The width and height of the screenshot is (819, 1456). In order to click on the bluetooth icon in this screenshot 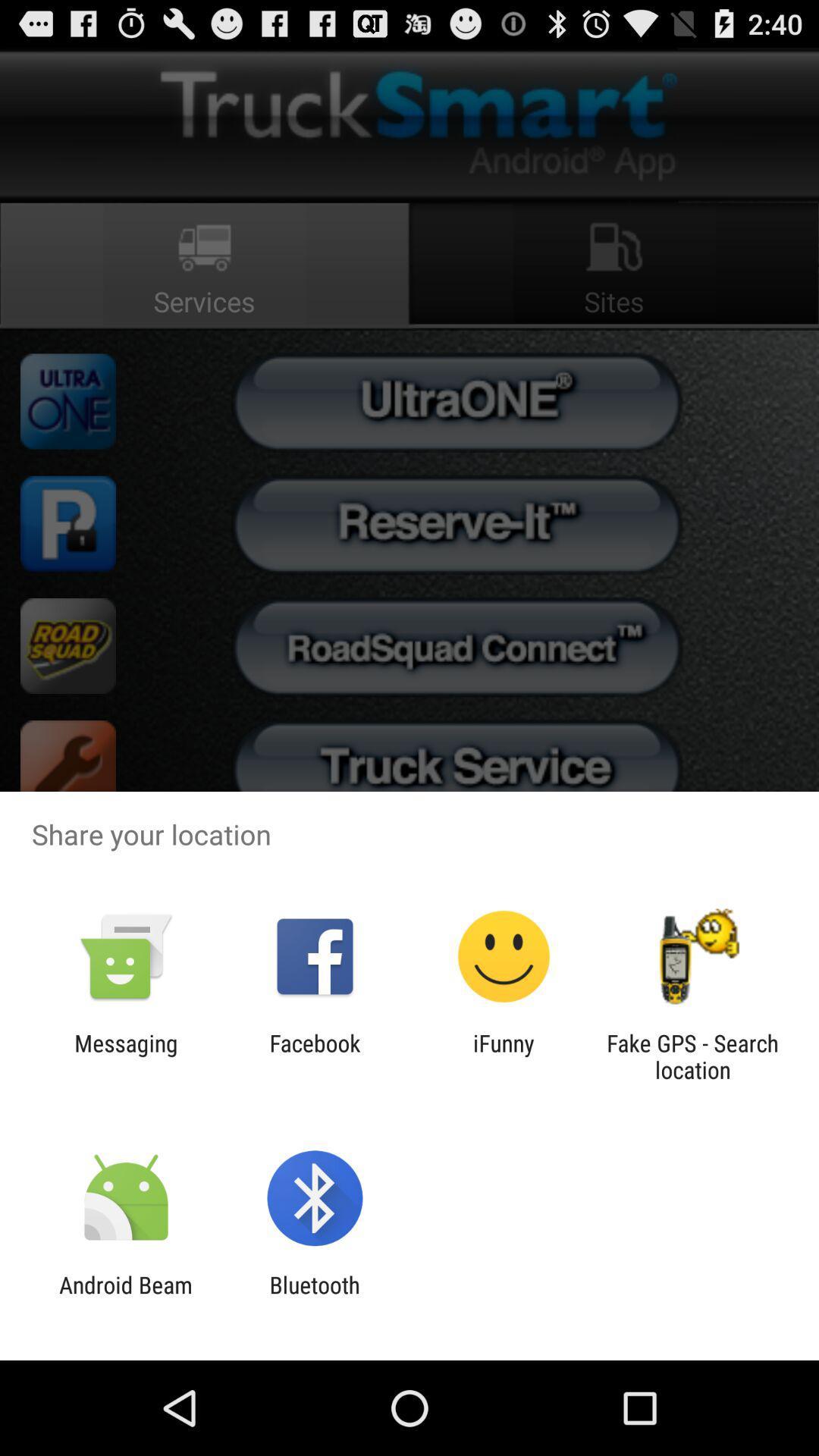, I will do `click(314, 1298)`.